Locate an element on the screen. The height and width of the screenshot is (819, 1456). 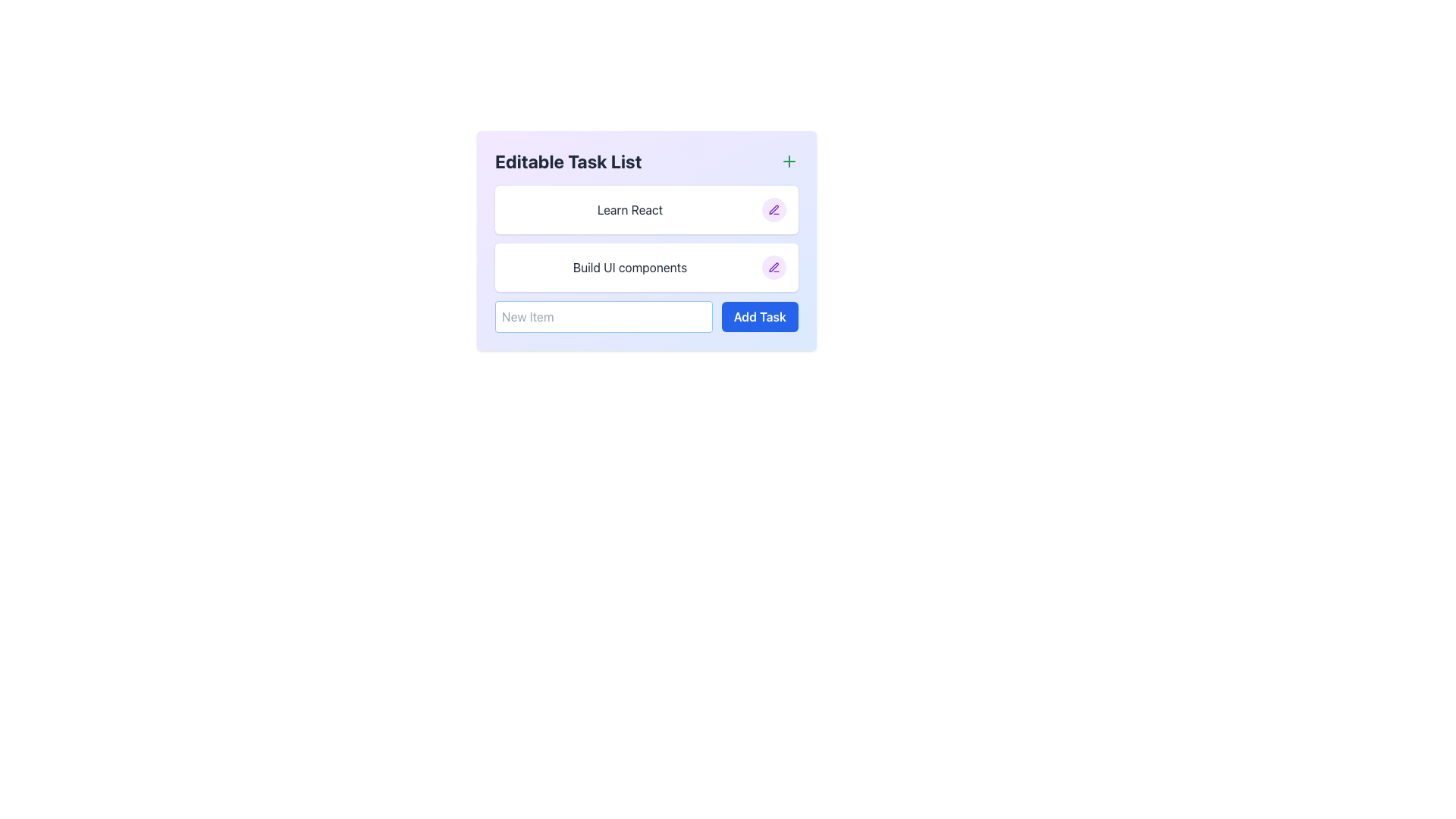
the 'Build UI components' text in the Task item card to focus for editing is located at coordinates (647, 267).